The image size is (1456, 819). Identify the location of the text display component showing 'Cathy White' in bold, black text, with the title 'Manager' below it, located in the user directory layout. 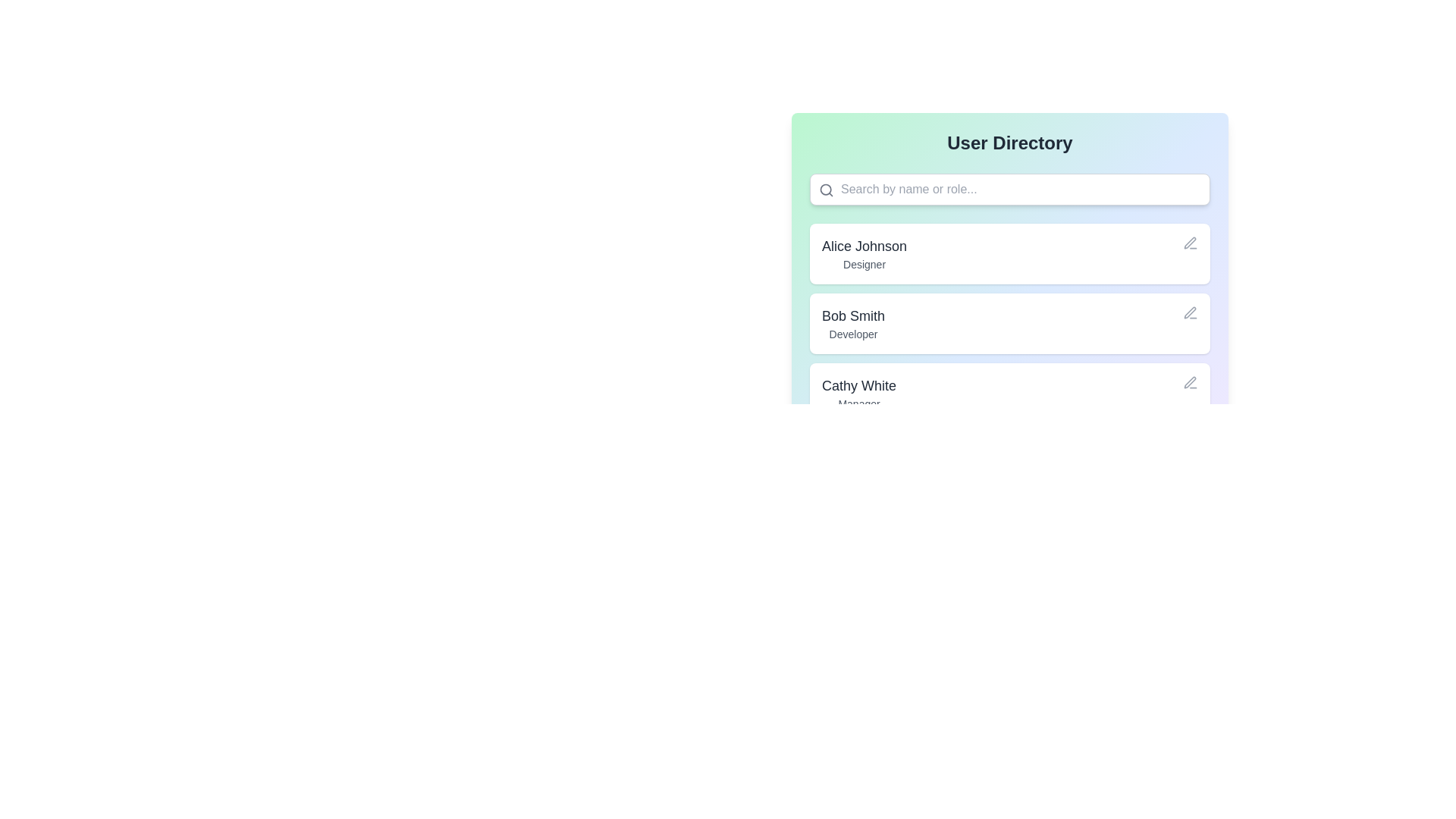
(858, 393).